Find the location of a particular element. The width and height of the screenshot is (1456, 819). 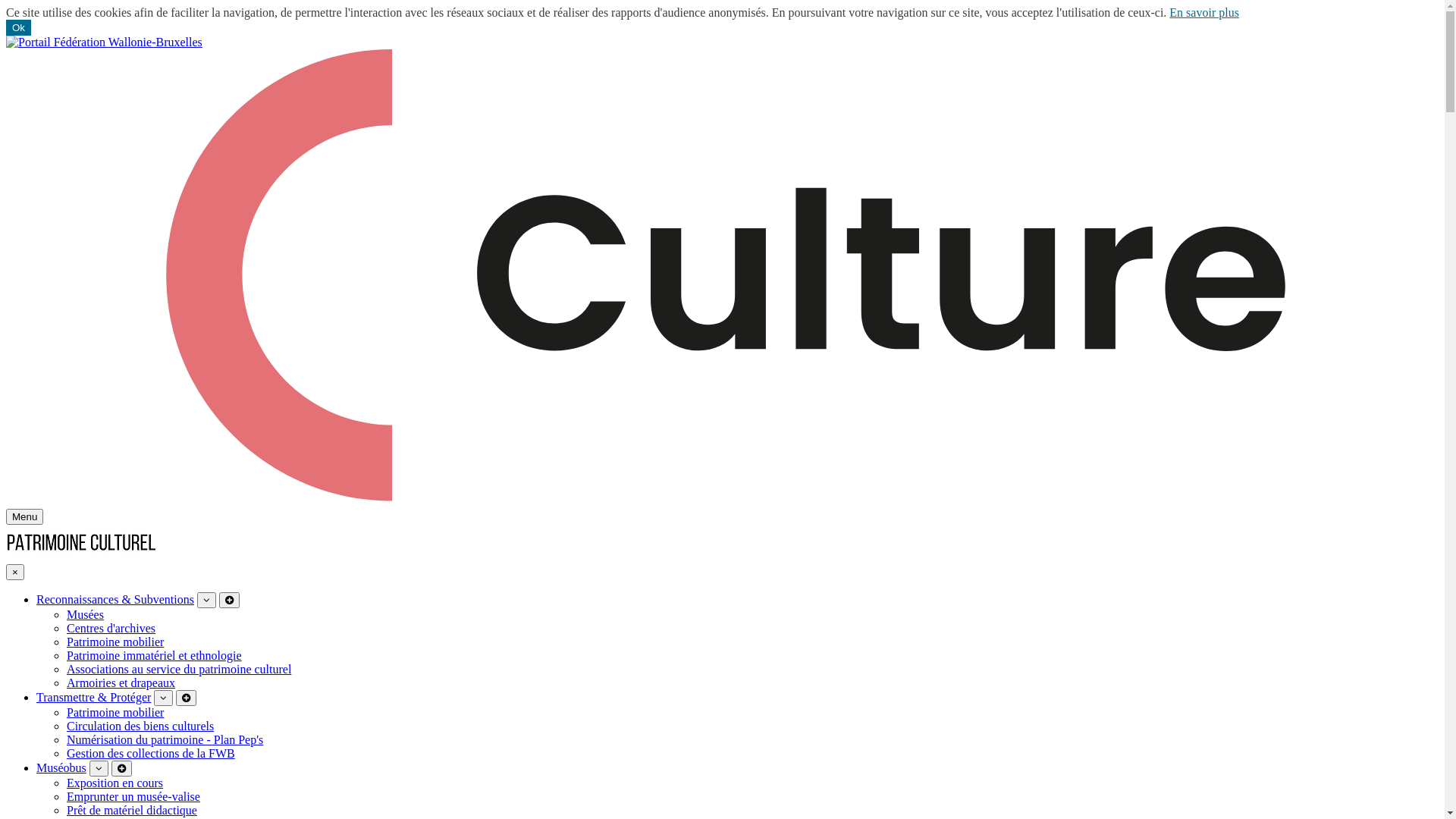

'Patrimoine mobilier' is located at coordinates (115, 712).